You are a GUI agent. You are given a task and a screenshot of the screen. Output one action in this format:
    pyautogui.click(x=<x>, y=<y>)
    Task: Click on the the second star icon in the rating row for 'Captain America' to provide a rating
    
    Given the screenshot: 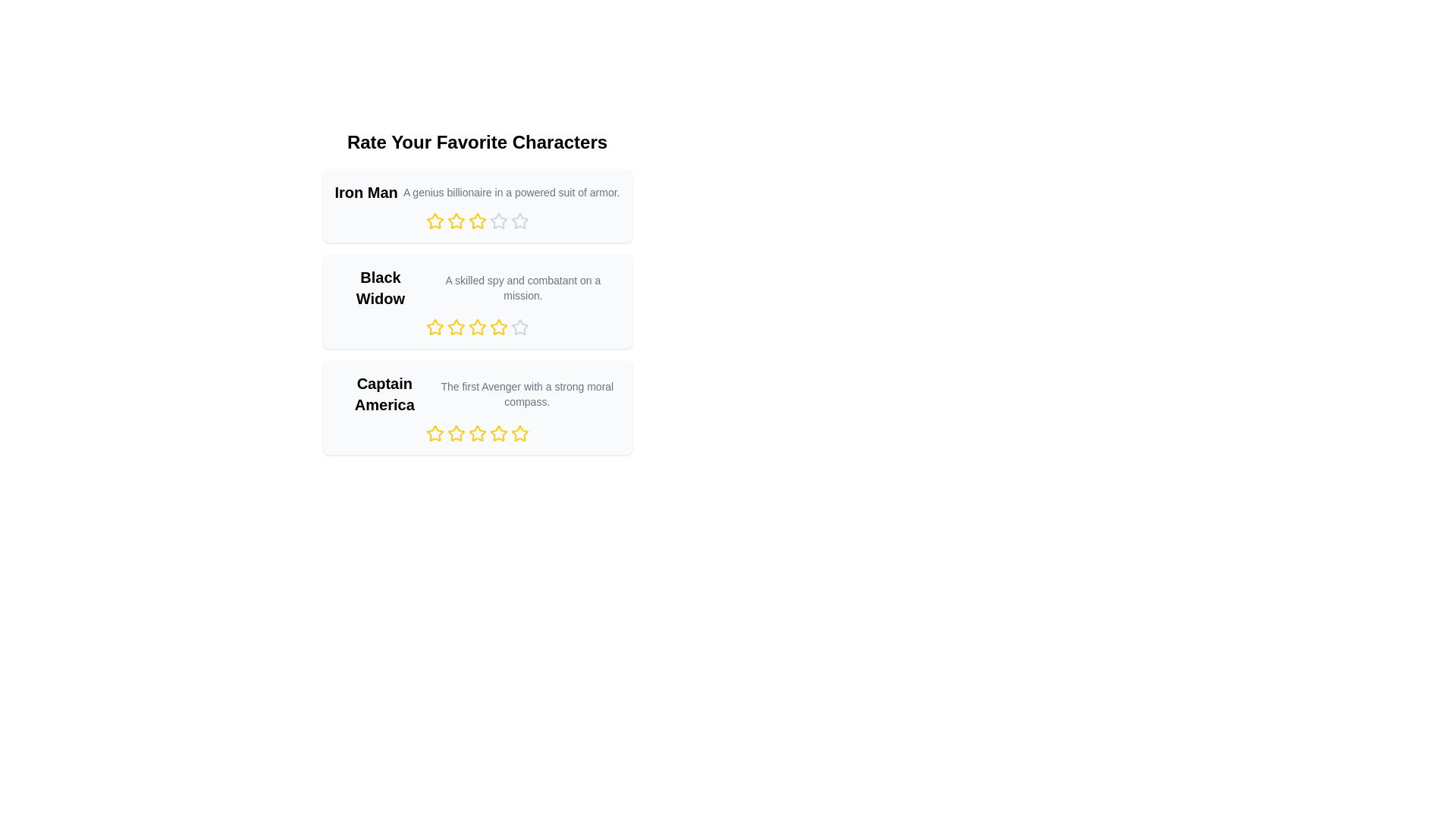 What is the action you would take?
    pyautogui.click(x=434, y=433)
    